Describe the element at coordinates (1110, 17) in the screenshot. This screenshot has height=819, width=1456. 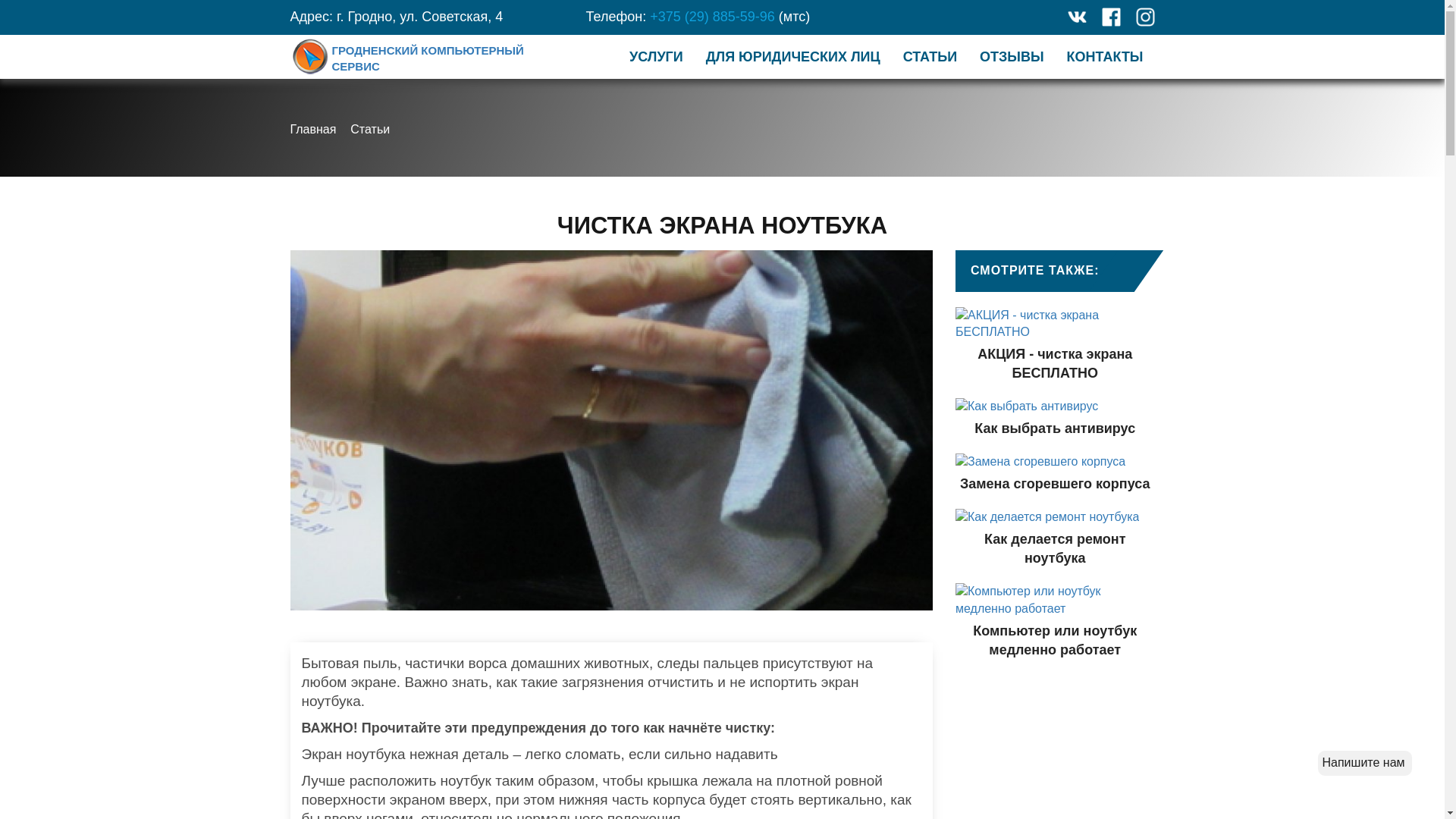
I see `'facebook'` at that location.